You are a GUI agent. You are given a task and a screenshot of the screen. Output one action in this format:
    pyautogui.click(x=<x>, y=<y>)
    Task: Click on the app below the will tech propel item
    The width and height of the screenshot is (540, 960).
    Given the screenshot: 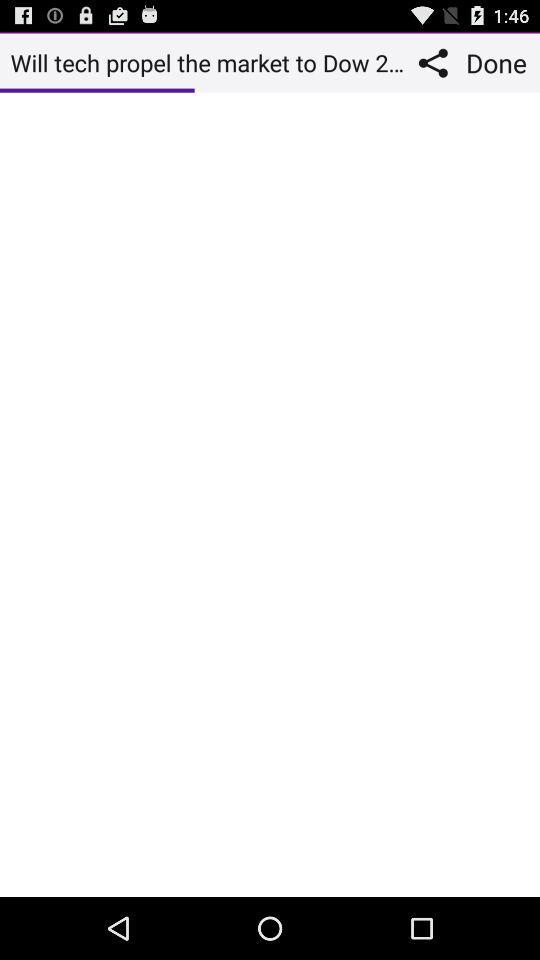 What is the action you would take?
    pyautogui.click(x=270, y=493)
    